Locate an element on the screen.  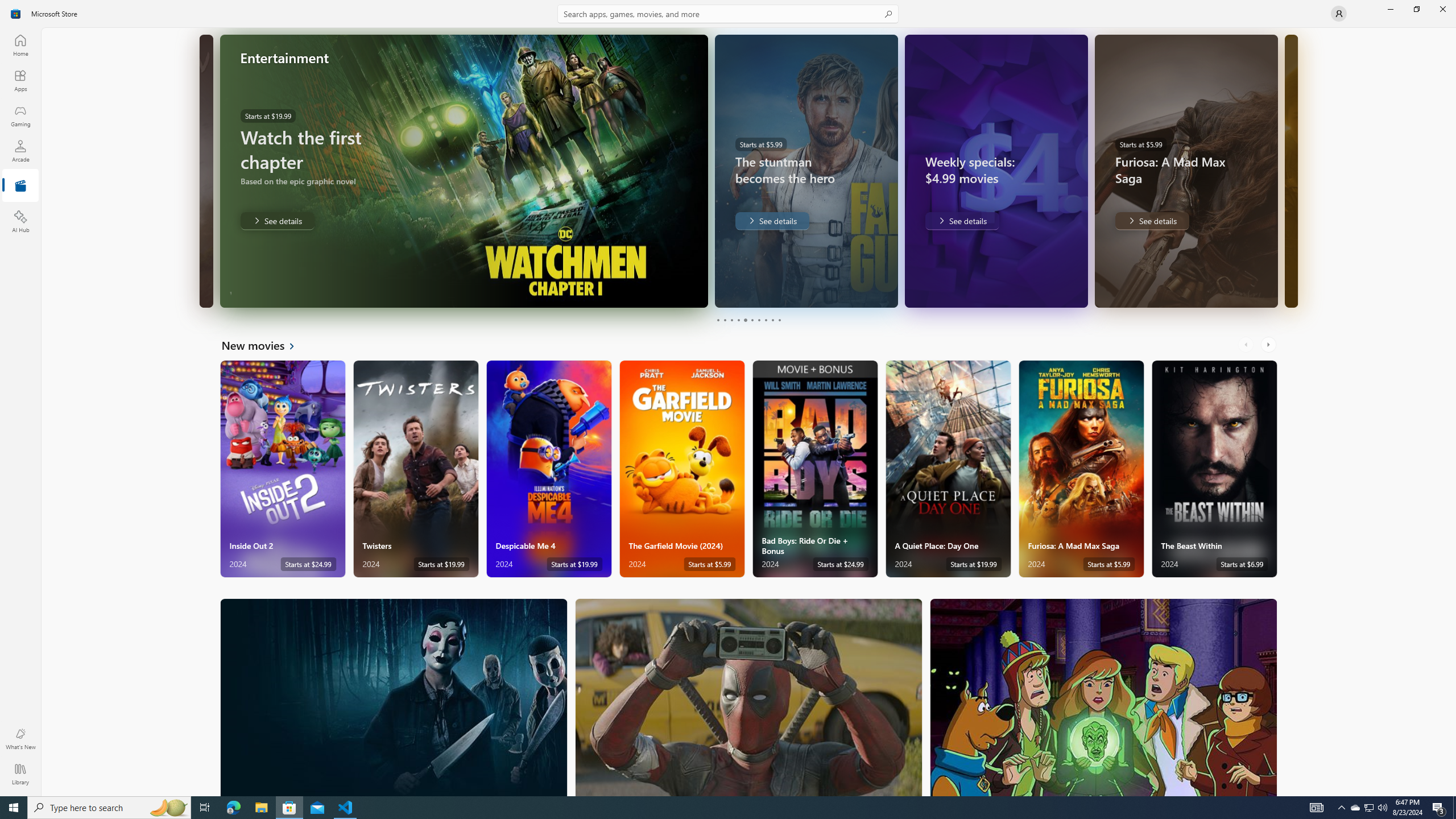
'AutomationID: RightScrollButton' is located at coordinates (1269, 344).